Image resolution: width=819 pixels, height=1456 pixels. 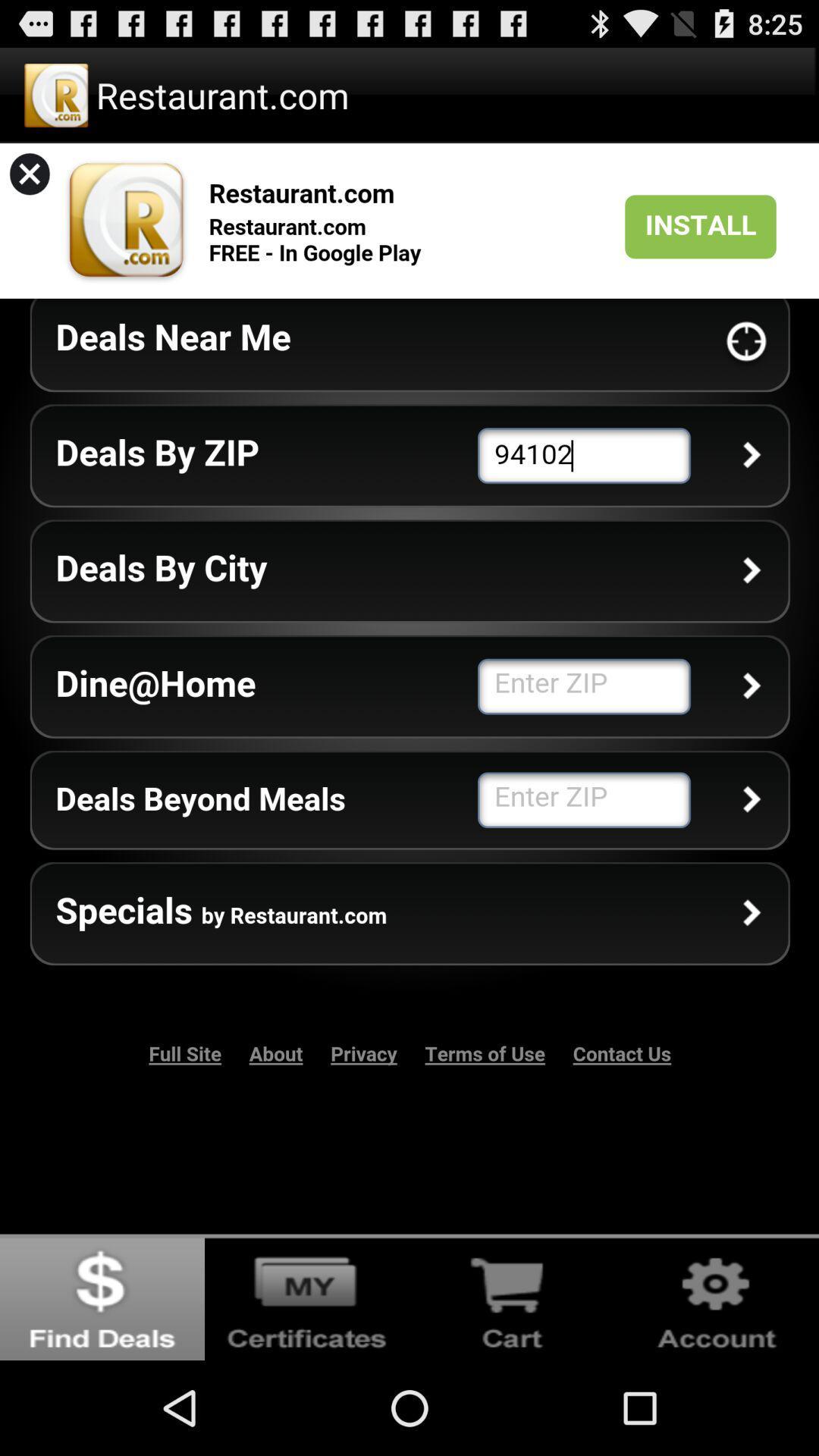 What do you see at coordinates (717, 1296) in the screenshot?
I see `account` at bounding box center [717, 1296].